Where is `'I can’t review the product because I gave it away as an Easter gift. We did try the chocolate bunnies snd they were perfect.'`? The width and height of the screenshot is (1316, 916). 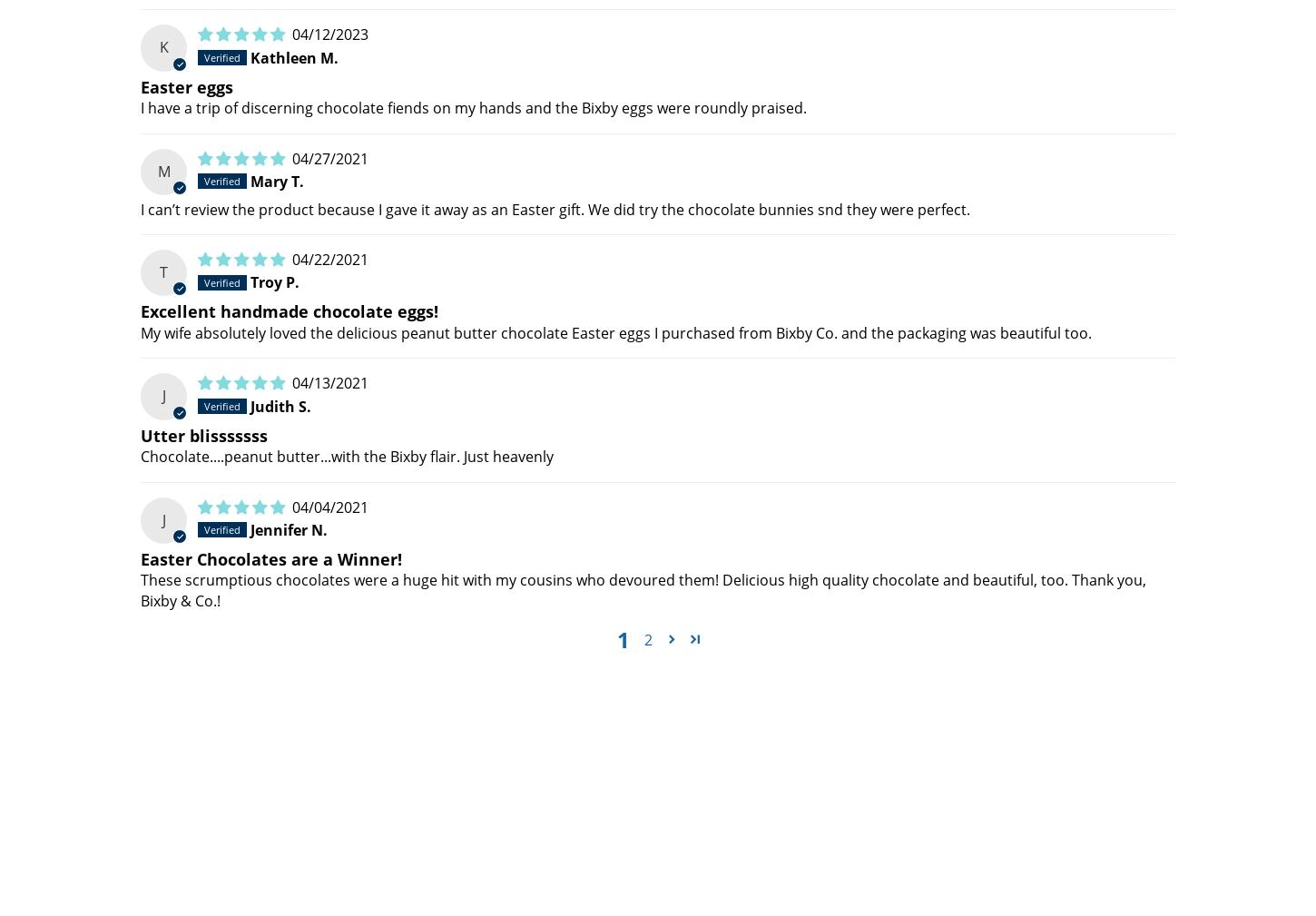 'I can’t review the product because I gave it away as an Easter gift. We did try the chocolate bunnies snd they were perfect.' is located at coordinates (555, 207).